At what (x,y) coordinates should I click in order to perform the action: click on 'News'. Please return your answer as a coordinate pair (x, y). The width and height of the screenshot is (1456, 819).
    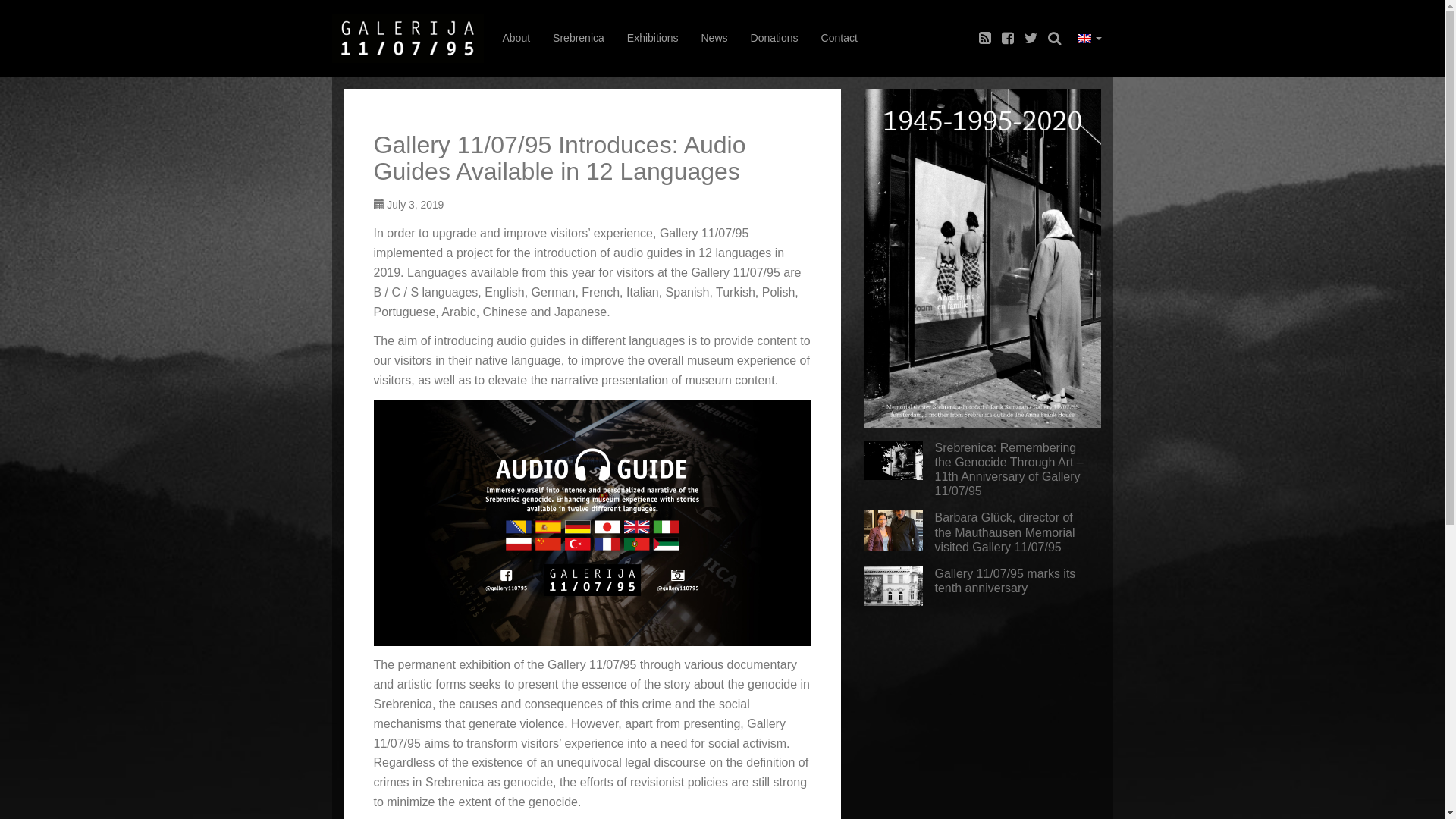
    Looking at the image, I should click on (714, 37).